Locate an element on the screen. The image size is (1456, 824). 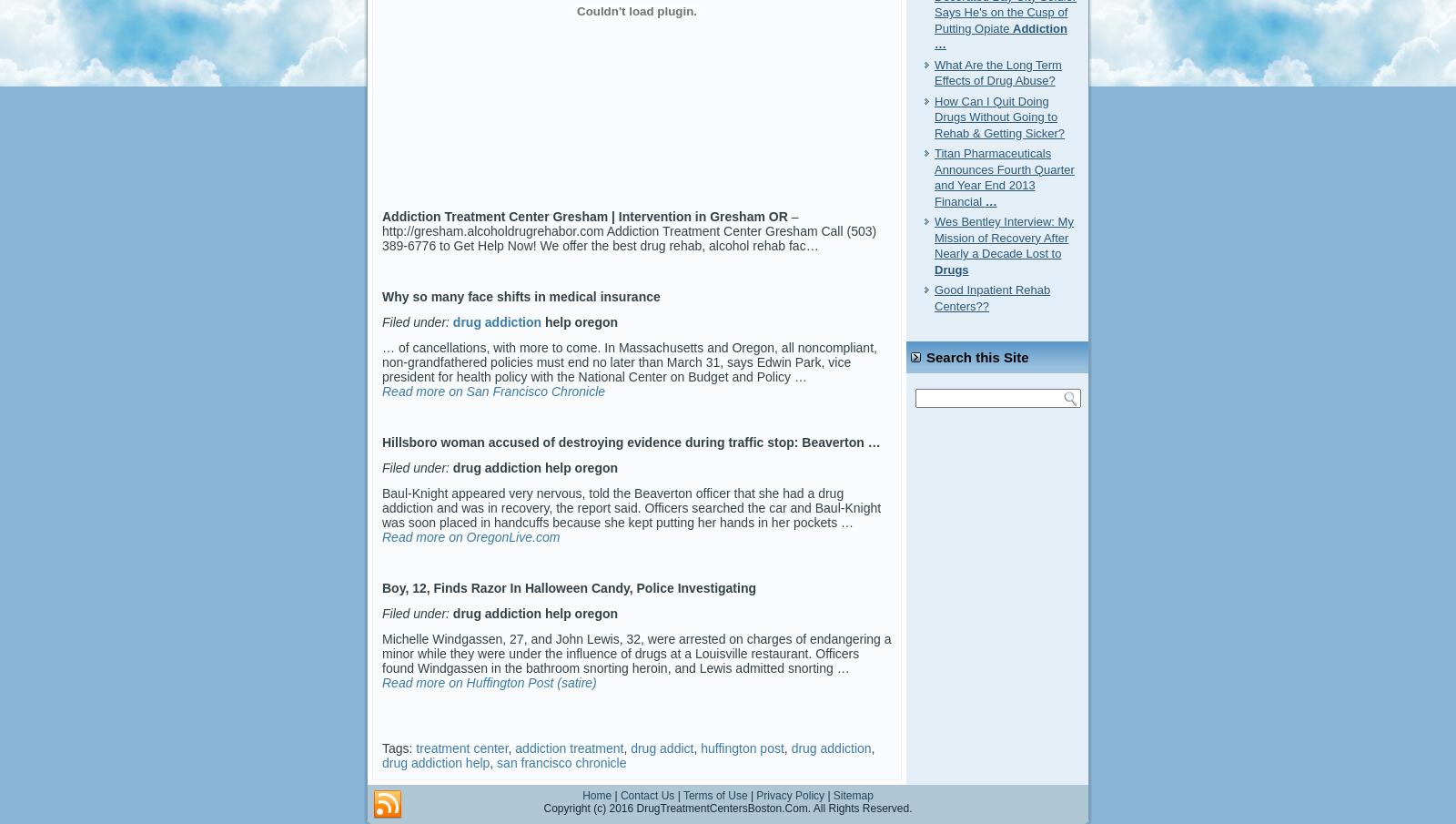
'Privacy Policy' is located at coordinates (789, 795).